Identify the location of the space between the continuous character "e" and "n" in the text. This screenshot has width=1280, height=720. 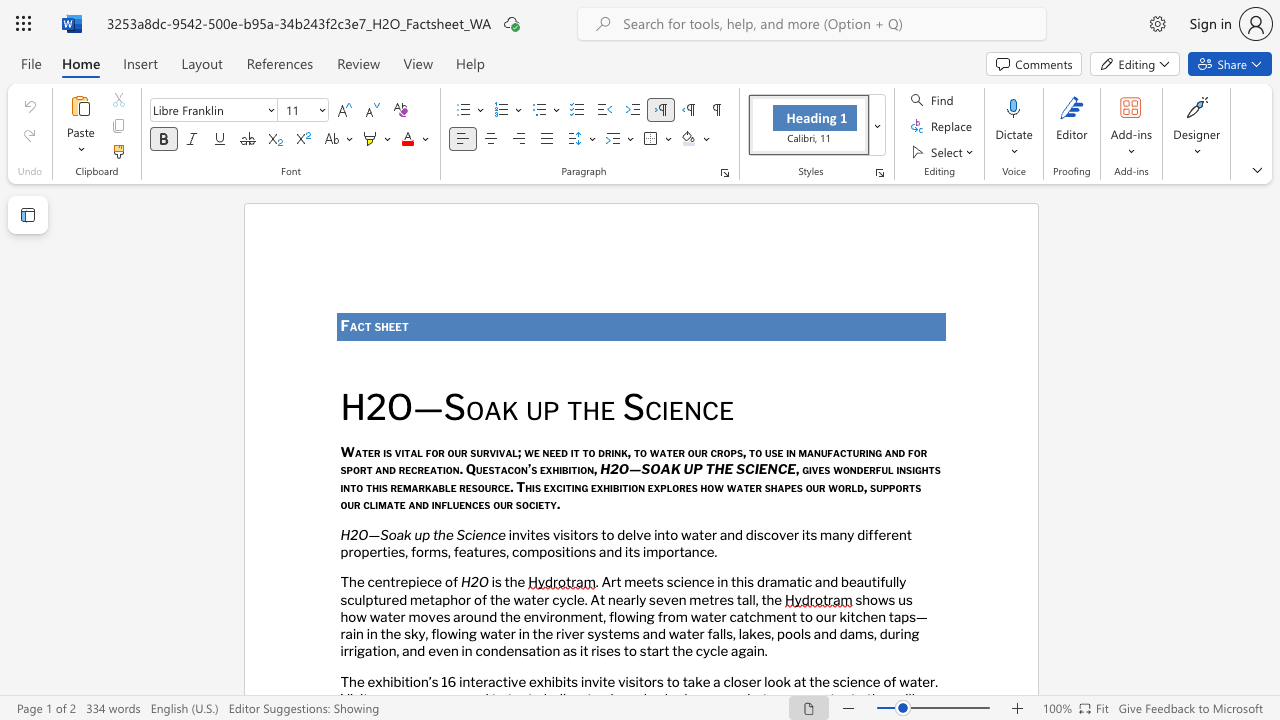
(684, 406).